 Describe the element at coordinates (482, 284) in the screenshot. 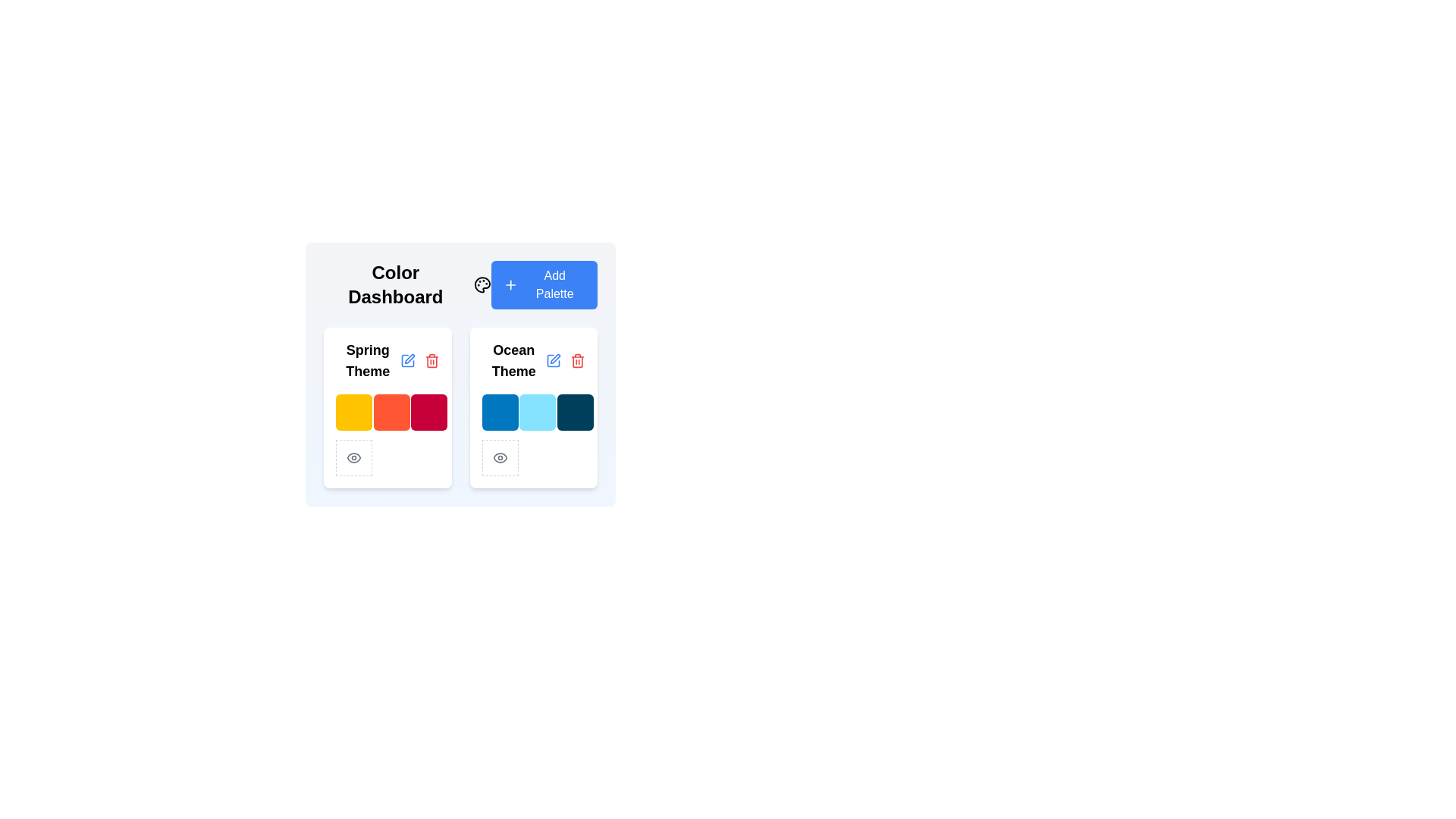

I see `the color palette icon located beside the 'Add Palette' button at the top right section of the interface within the color dashboard layout` at that location.